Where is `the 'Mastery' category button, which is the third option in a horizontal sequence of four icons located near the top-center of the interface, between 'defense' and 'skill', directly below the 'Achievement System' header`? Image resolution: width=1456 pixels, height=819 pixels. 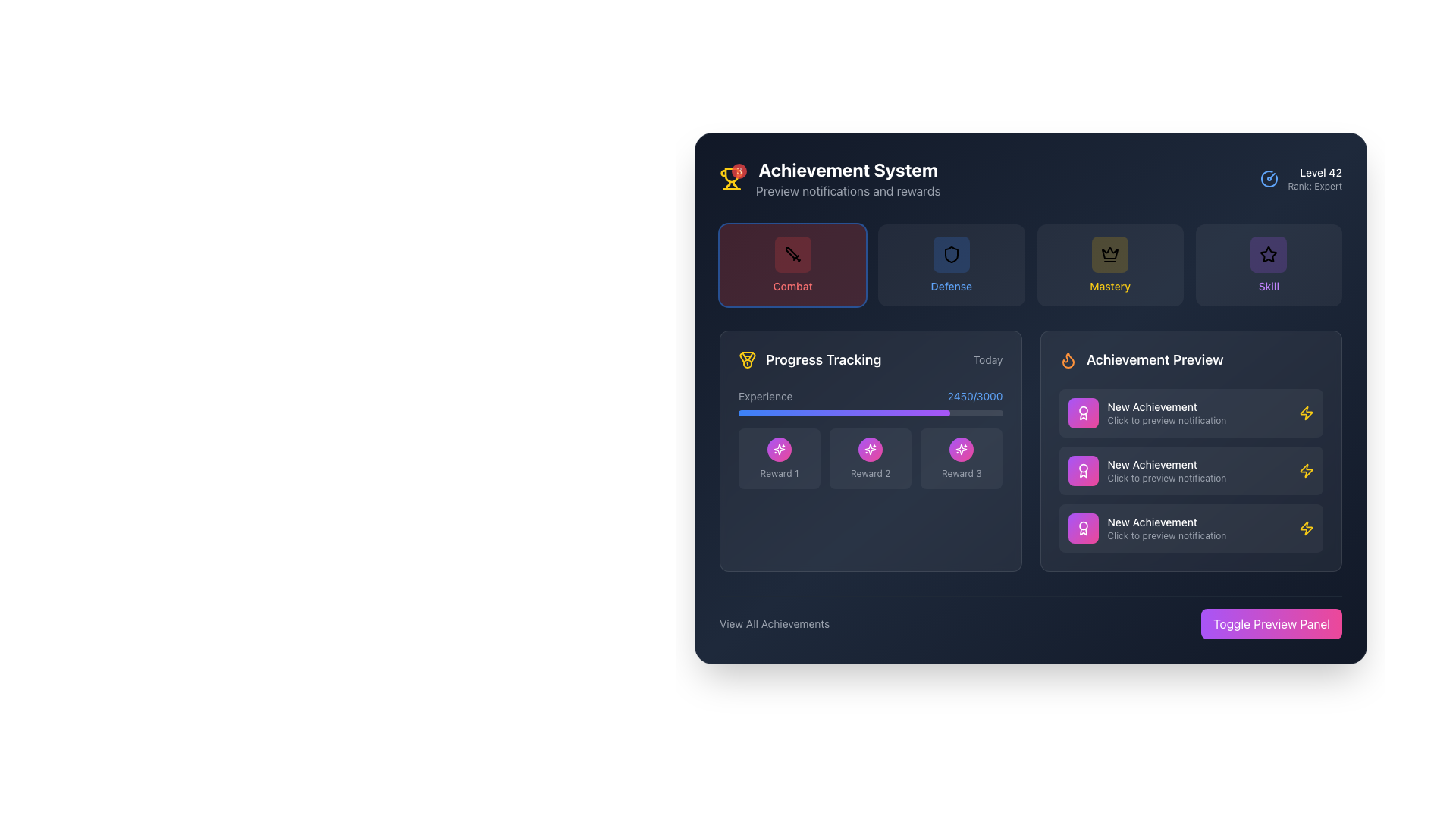
the 'Mastery' category button, which is the third option in a horizontal sequence of four icons located near the top-center of the interface, between 'defense' and 'skill', directly below the 'Achievement System' header is located at coordinates (1110, 265).